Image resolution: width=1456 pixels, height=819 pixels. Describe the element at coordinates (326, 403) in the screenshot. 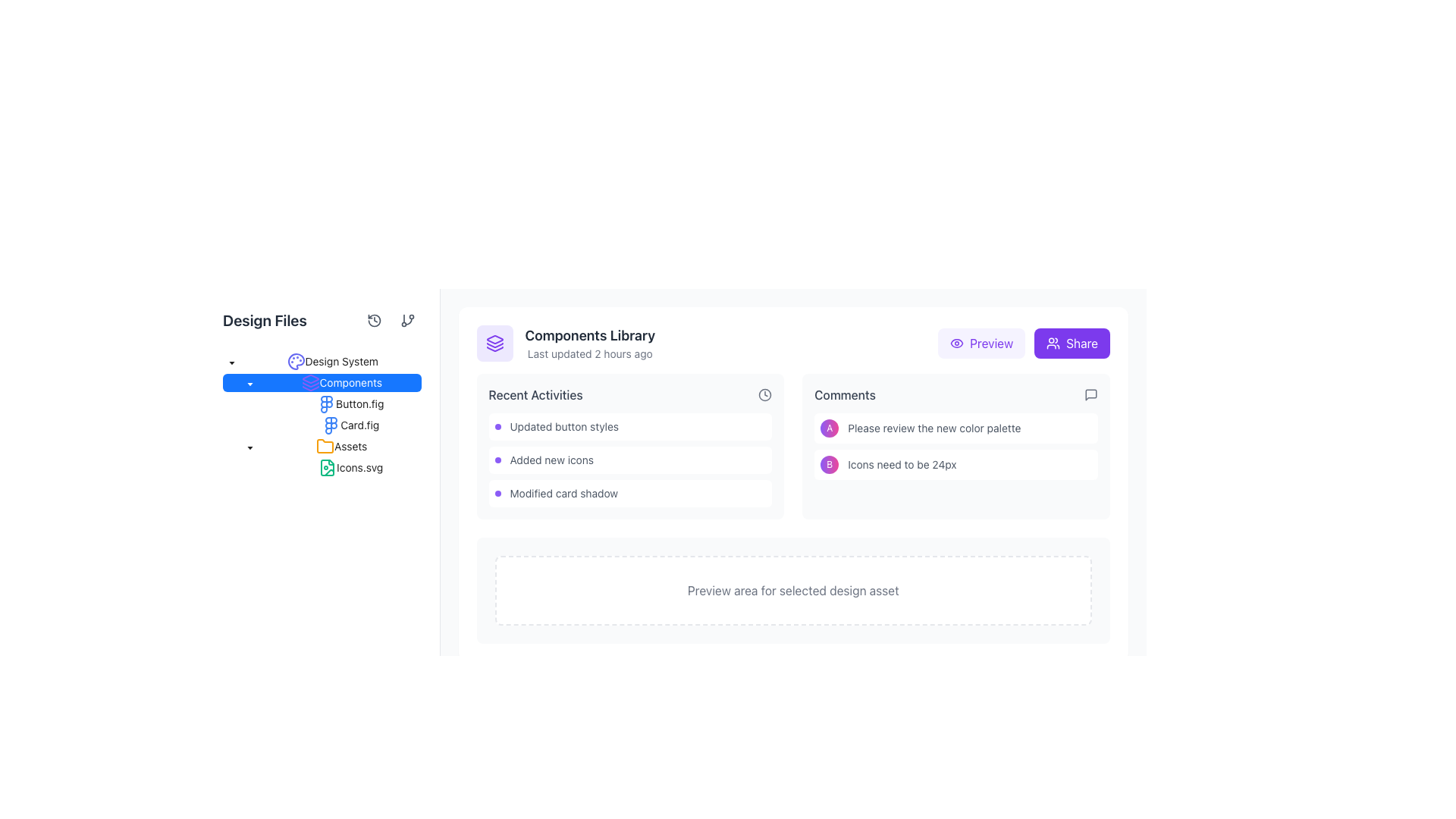

I see `the multi-colored Figma logo icon located in the left navigation menu under the 'Components' folder, associated with the 'Button.fig' file` at that location.